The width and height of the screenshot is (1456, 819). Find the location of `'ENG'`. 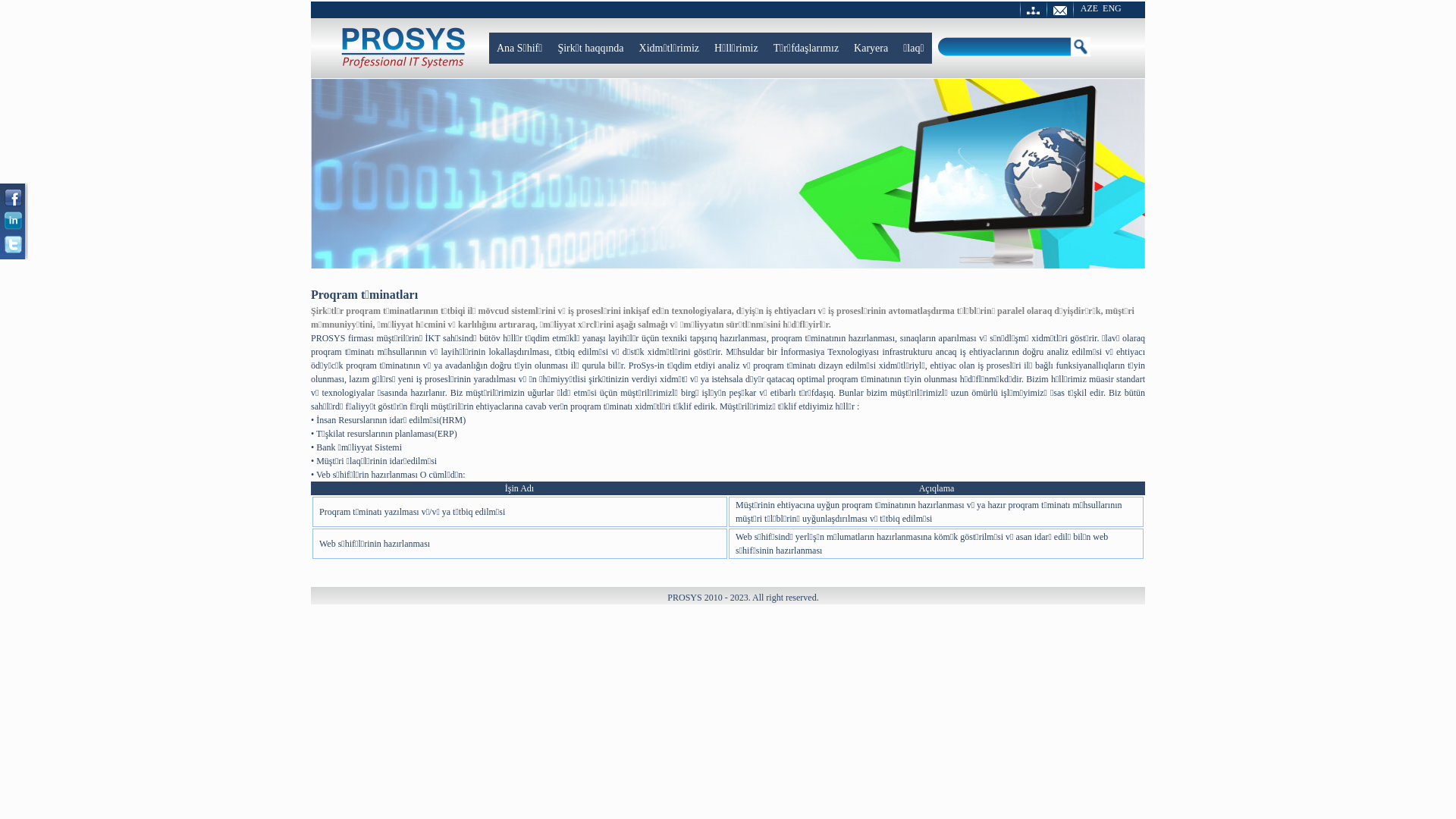

'ENG' is located at coordinates (1103, 8).